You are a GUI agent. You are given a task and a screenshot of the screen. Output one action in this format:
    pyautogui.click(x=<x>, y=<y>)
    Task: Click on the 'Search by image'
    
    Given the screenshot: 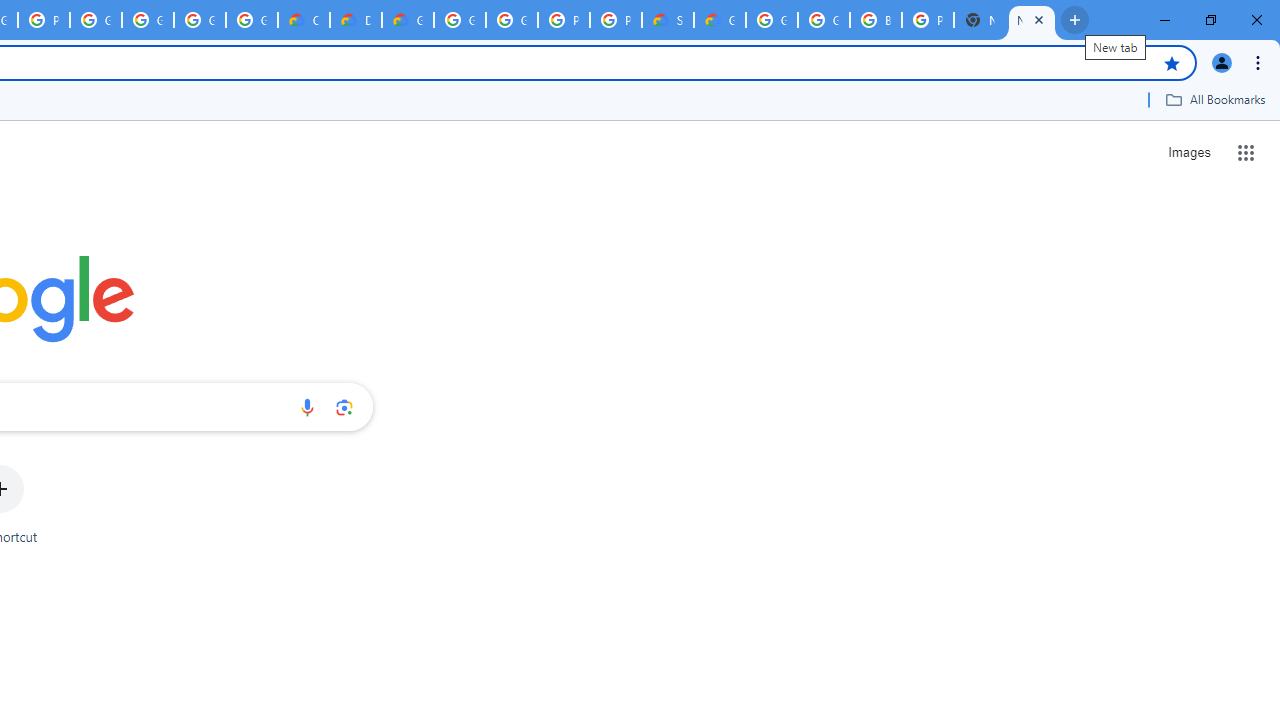 What is the action you would take?
    pyautogui.click(x=344, y=406)
    